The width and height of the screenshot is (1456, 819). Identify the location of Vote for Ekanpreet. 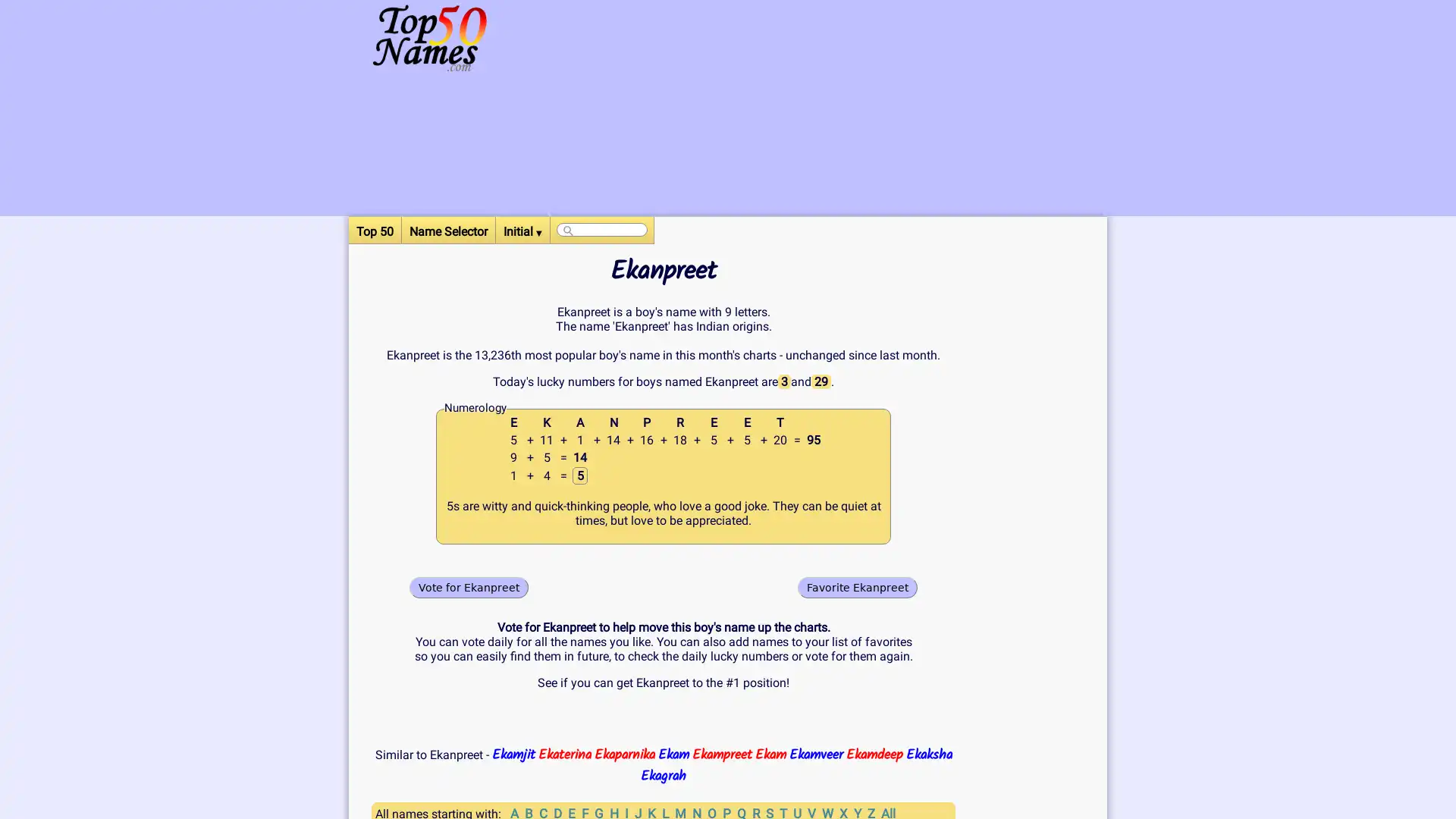
(468, 586).